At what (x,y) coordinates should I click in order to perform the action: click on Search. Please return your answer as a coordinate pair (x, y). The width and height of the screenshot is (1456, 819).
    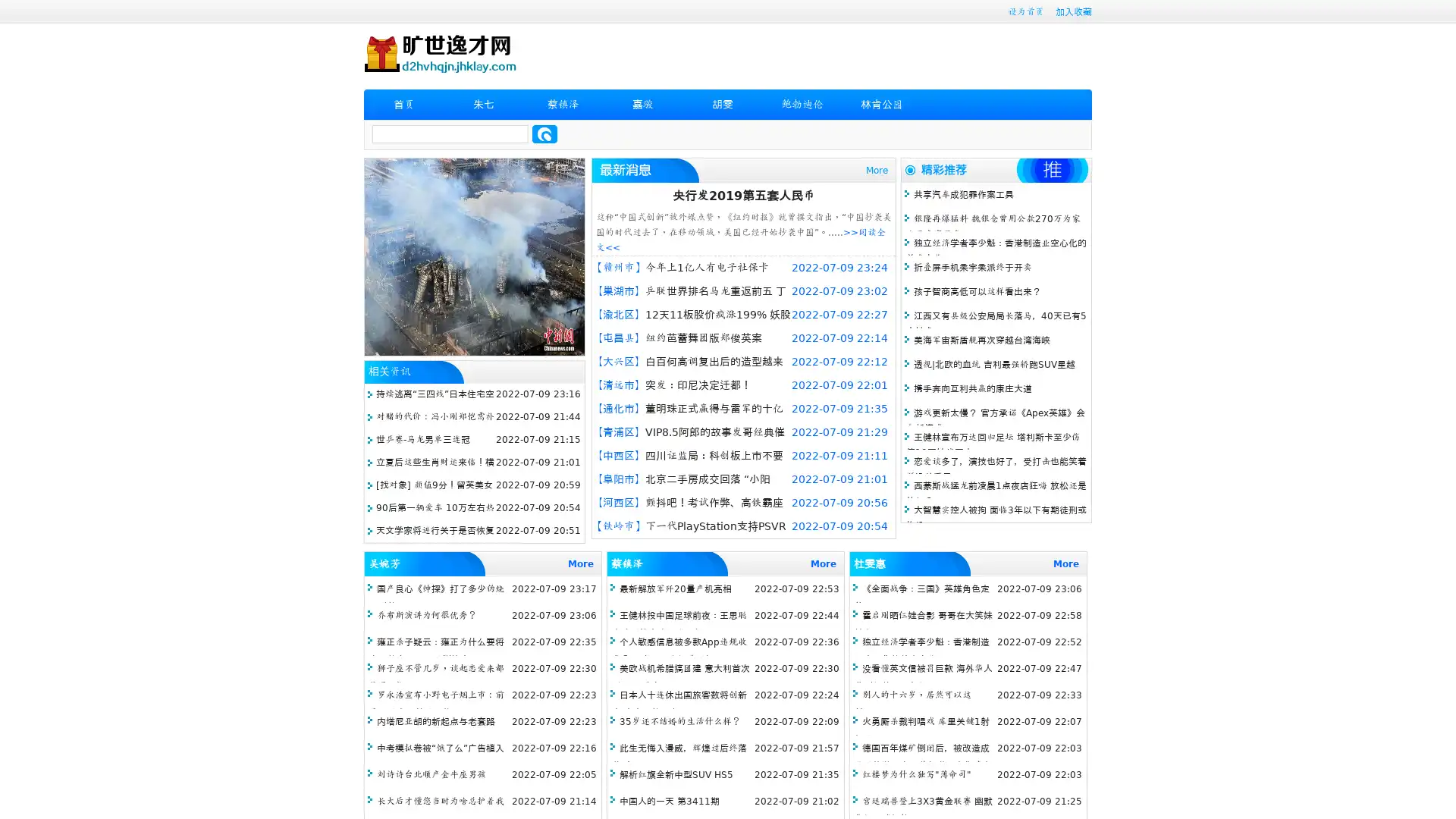
    Looking at the image, I should click on (544, 133).